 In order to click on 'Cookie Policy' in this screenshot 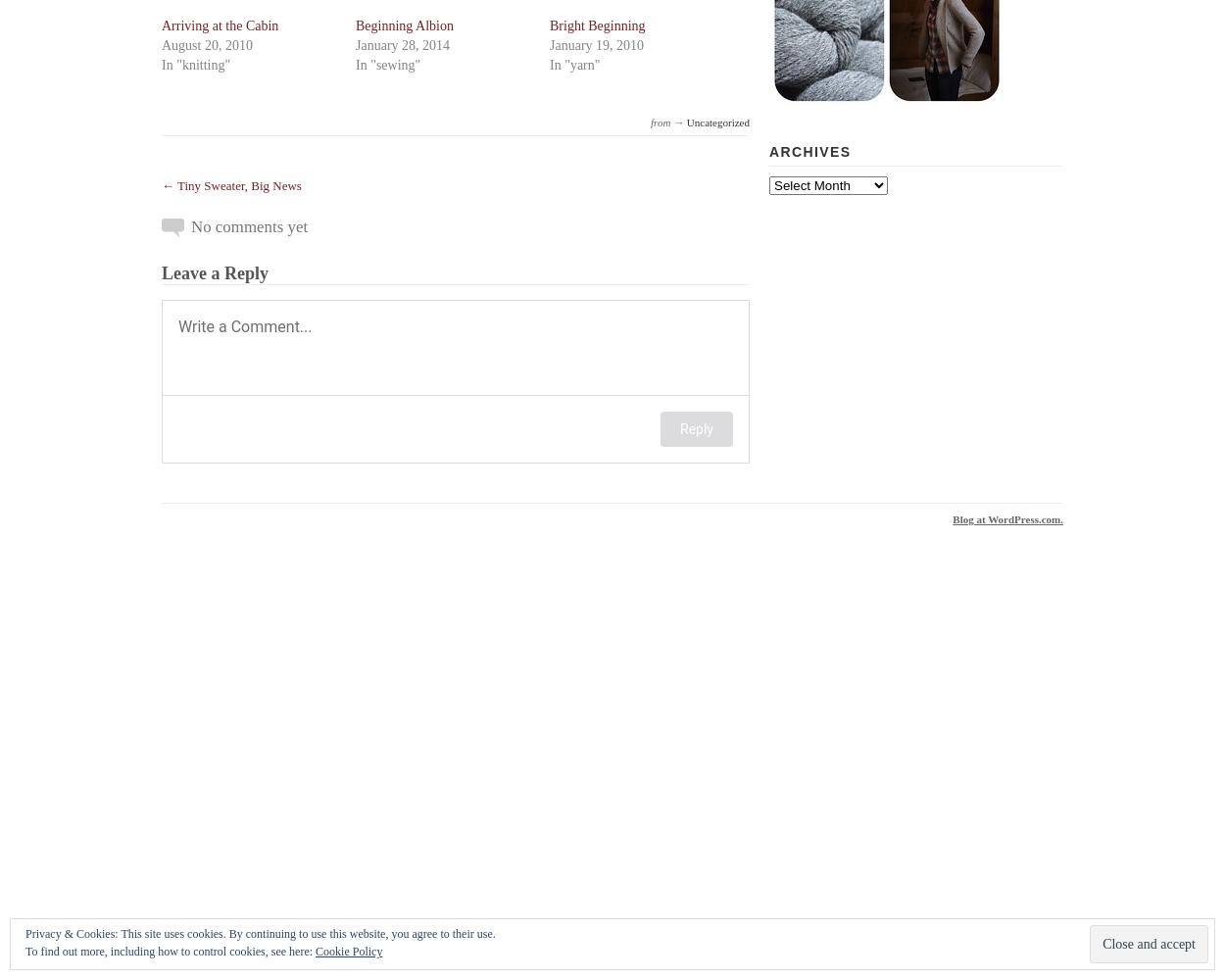, I will do `click(348, 951)`.